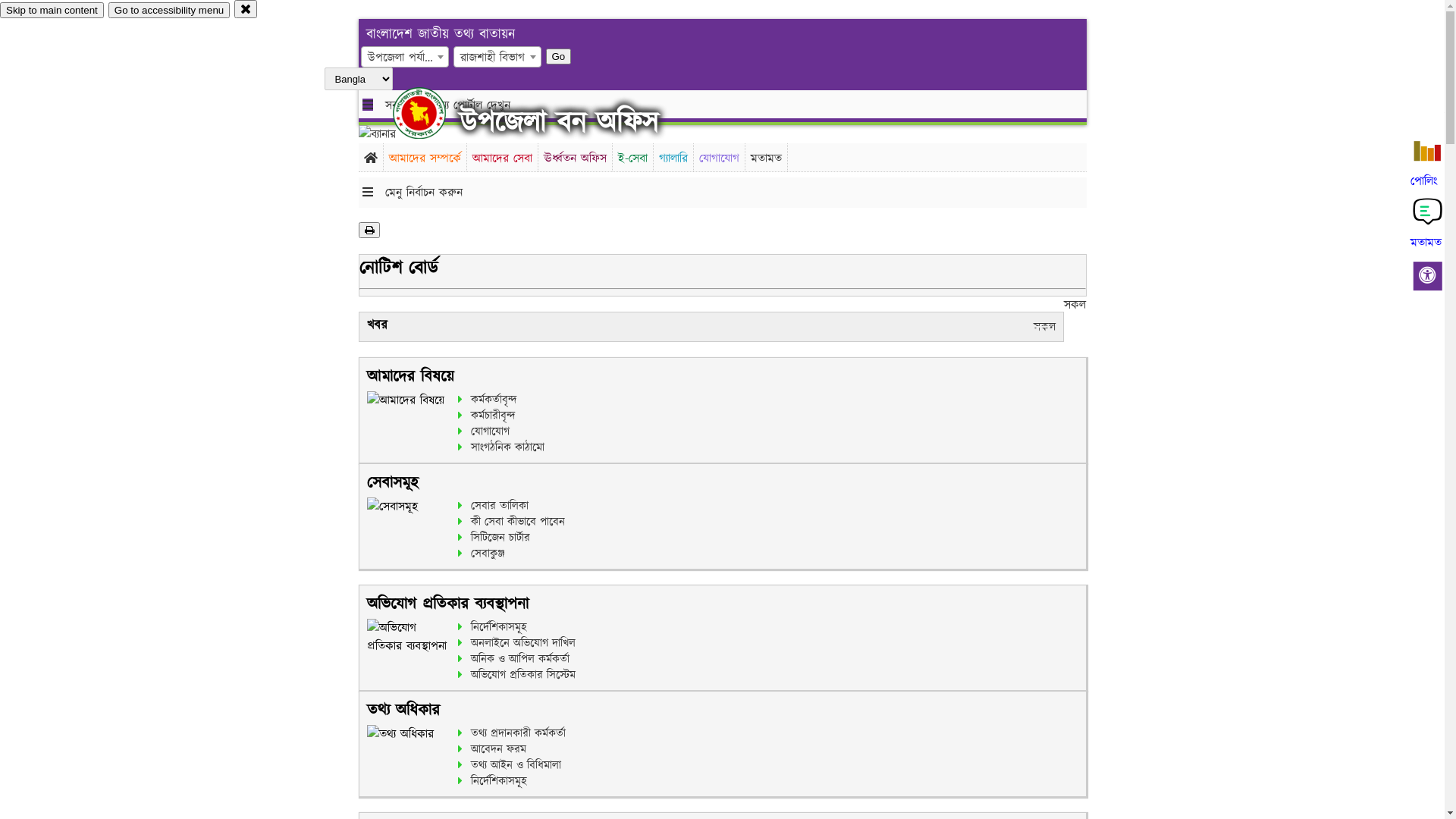 The width and height of the screenshot is (1456, 819). I want to click on 'Go', so click(558, 55).